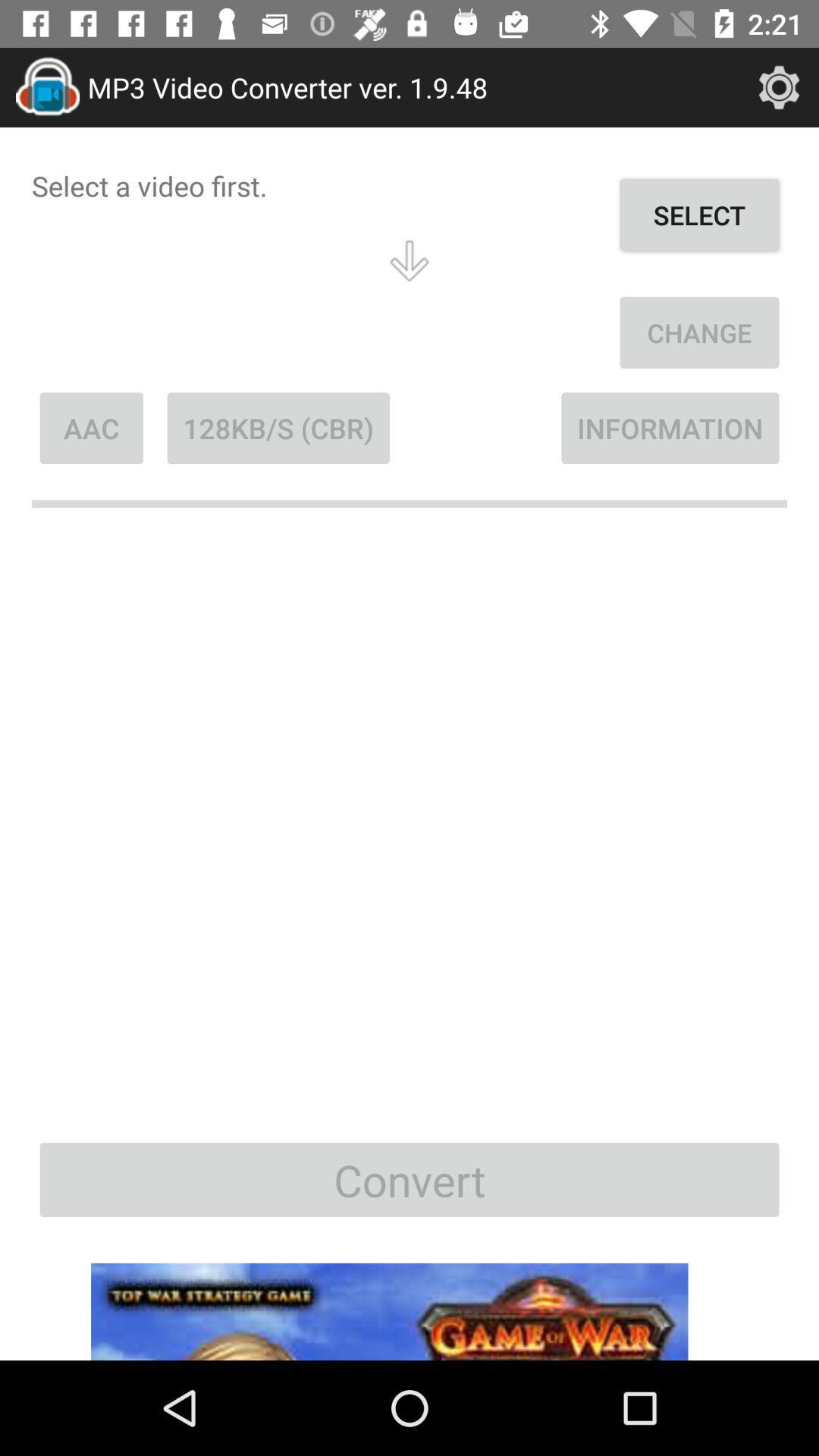 The width and height of the screenshot is (819, 1456). What do you see at coordinates (779, 86) in the screenshot?
I see `the settings icon` at bounding box center [779, 86].